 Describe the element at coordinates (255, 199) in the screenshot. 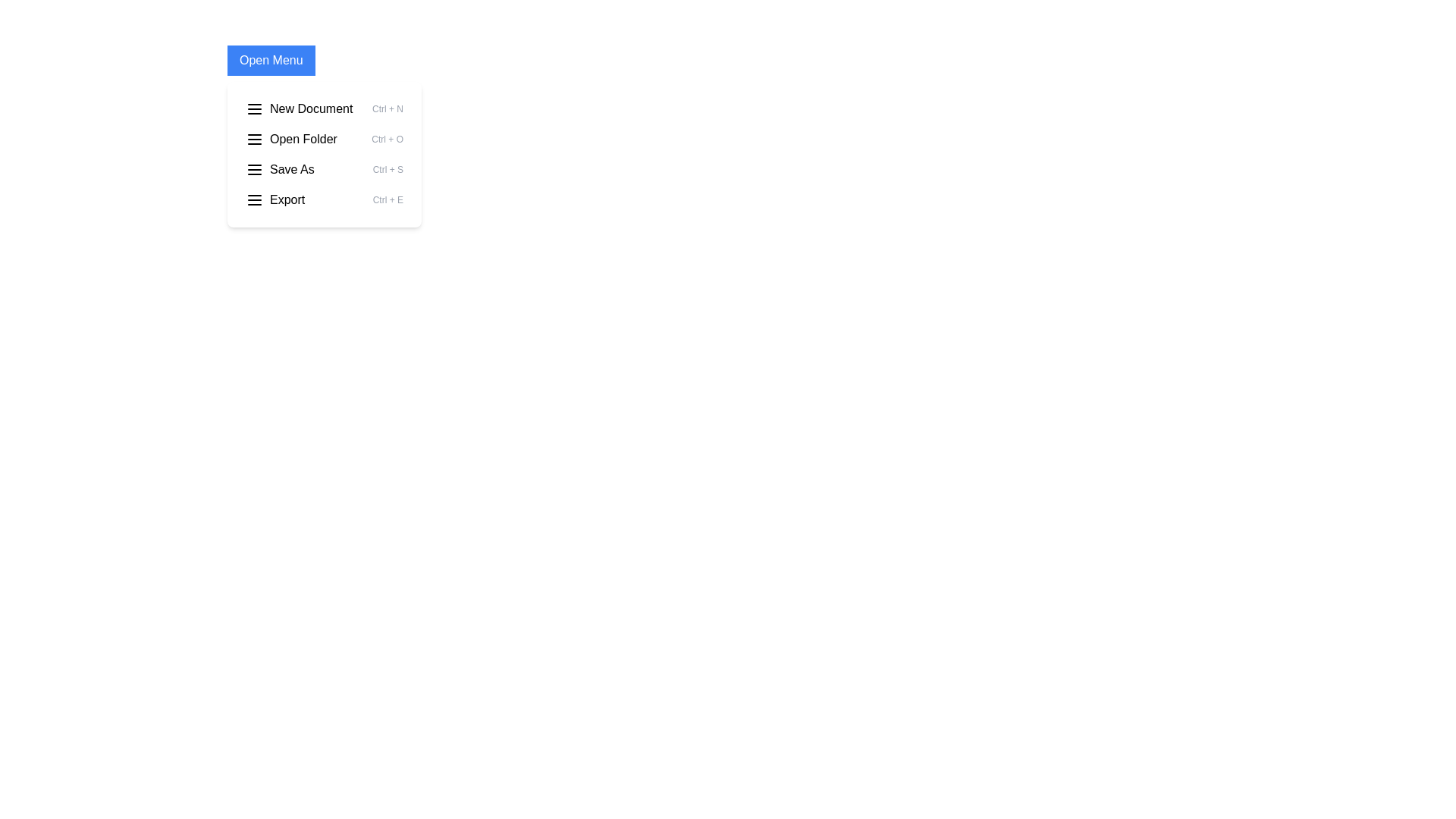

I see `the menu icon represented by three horizontal lines stacked vertically, located to the left of the 'Export' menu option` at that location.